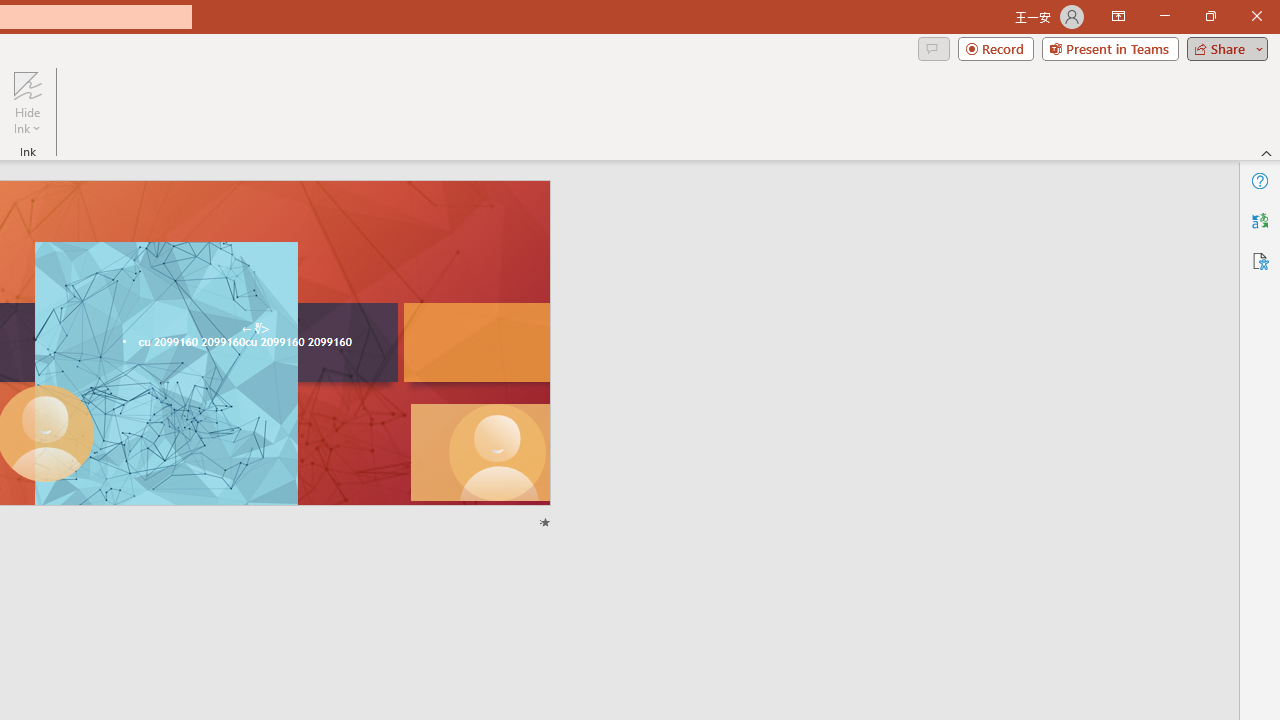  I want to click on 'Present in Teams', so click(1109, 47).